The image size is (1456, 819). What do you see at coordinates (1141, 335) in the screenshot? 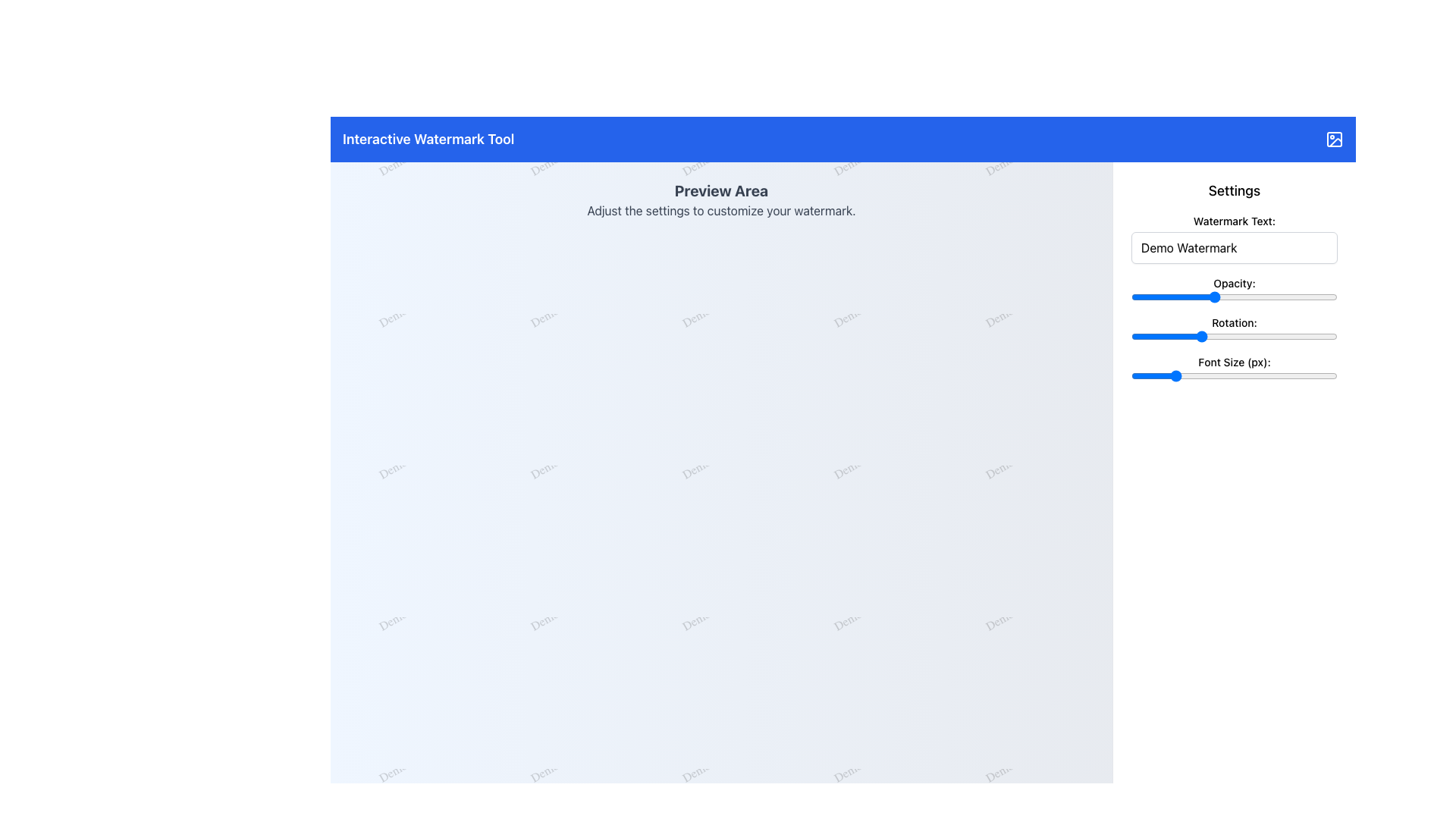
I see `rotation` at bounding box center [1141, 335].